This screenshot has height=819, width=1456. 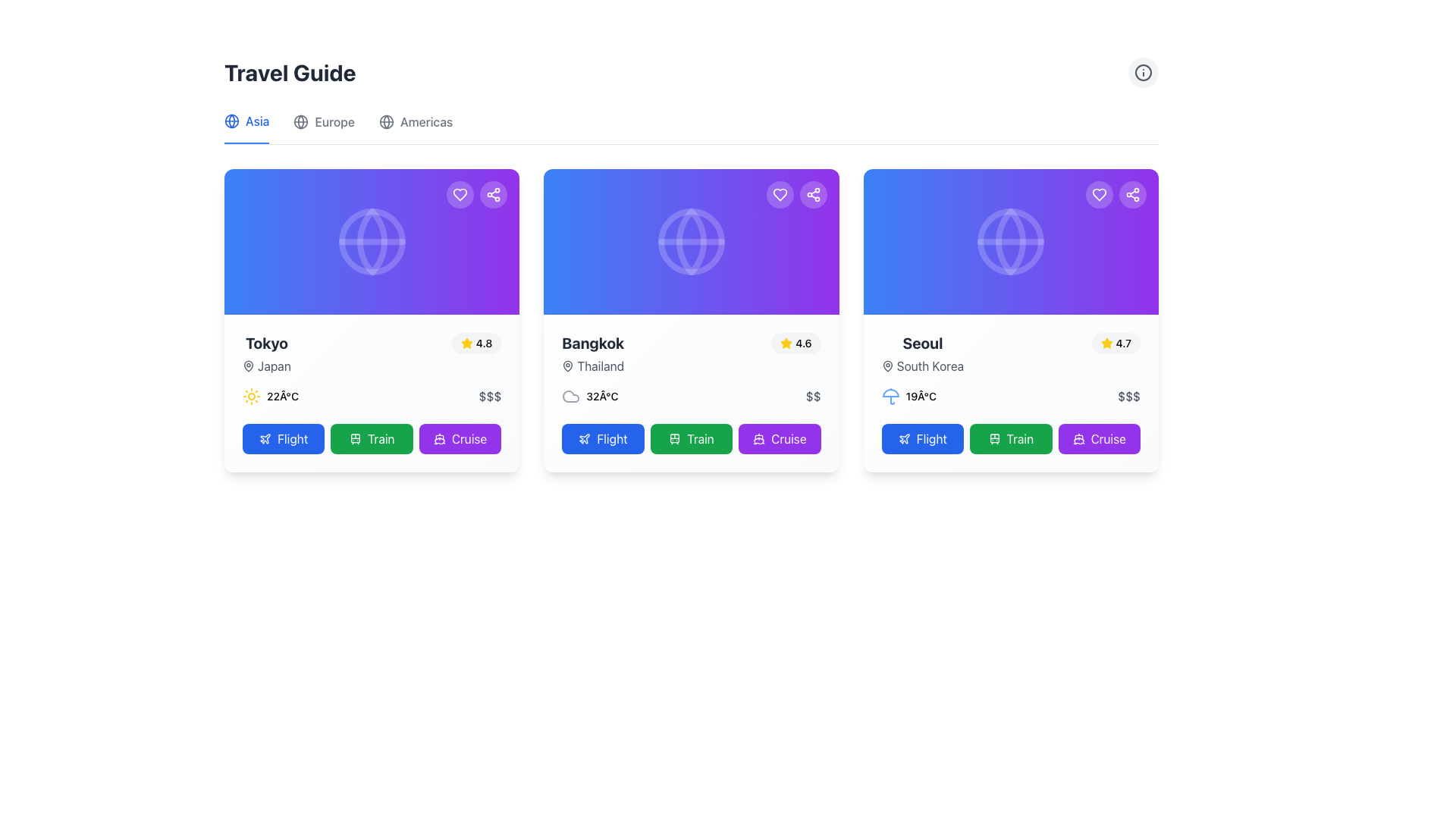 I want to click on text label displaying 'Seoul' which is styled in bold, extra-large, dark gray font, located in the third column of the grid and centered above 'South Korea', so click(x=921, y=343).